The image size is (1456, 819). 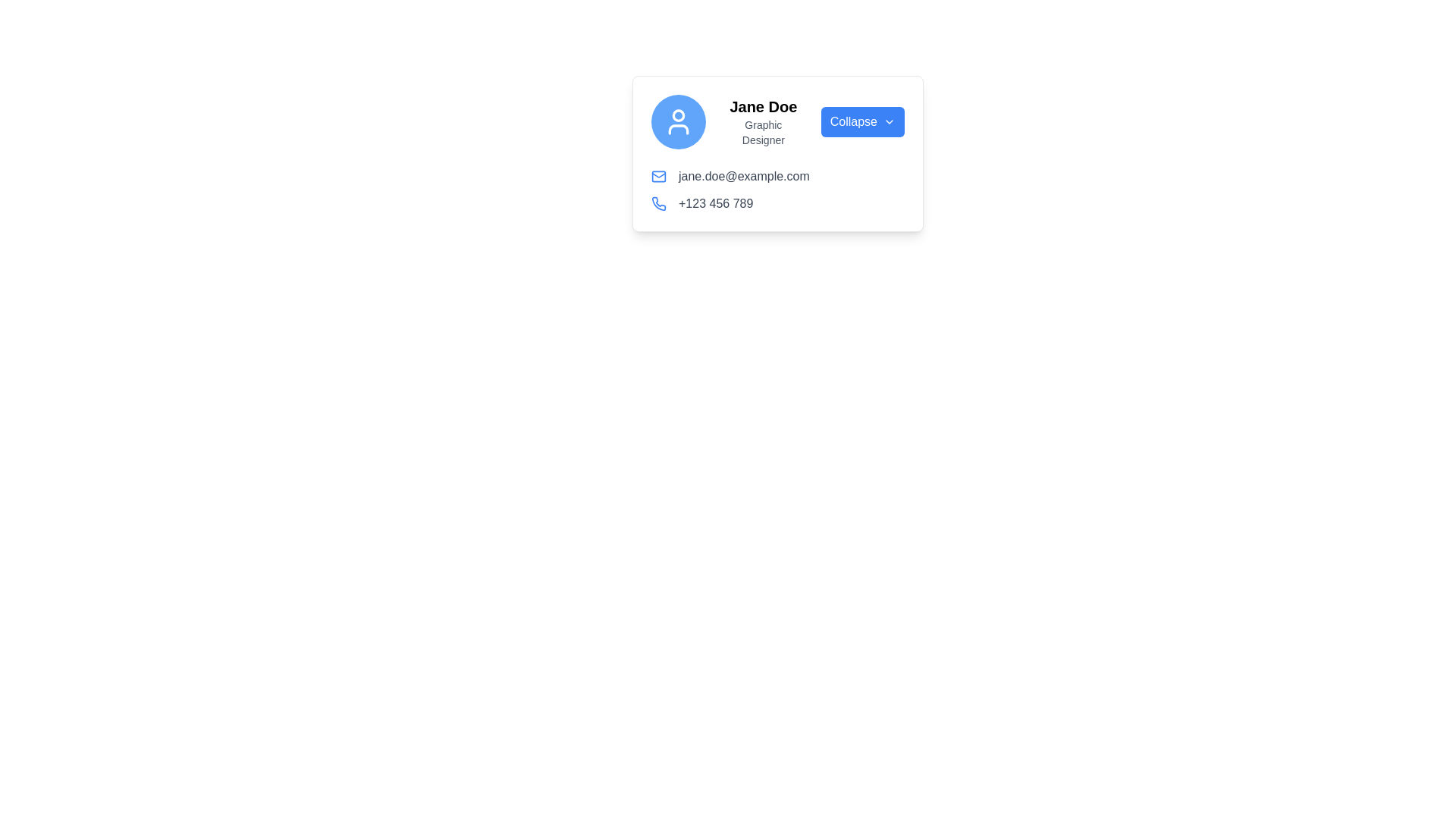 I want to click on text content of the label displaying 'Graphic Designer', which is styled in a small font and gray color, located directly below the name 'Jane Doe', so click(x=763, y=131).